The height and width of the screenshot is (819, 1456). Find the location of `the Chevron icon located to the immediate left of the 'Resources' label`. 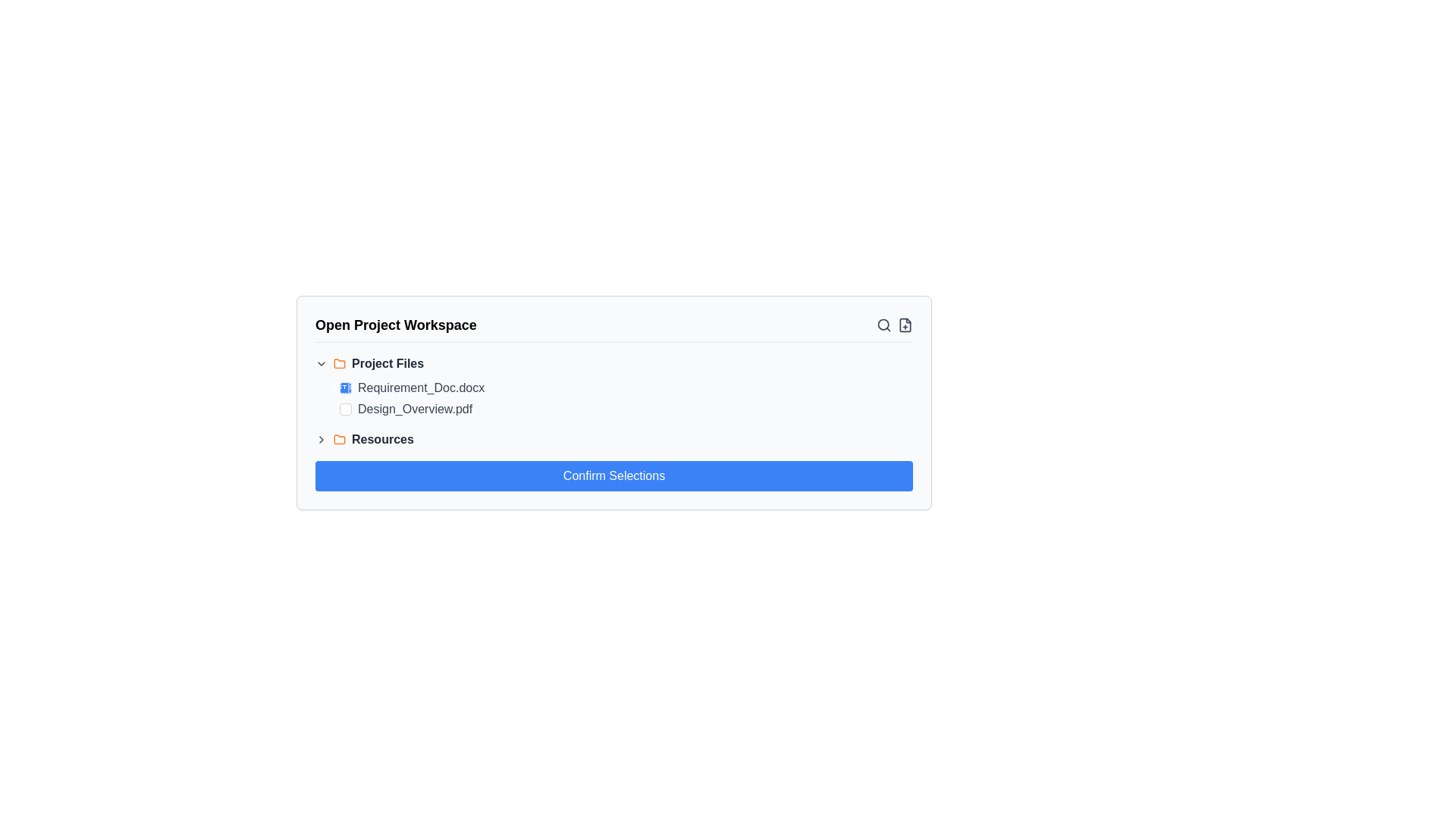

the Chevron icon located to the immediate left of the 'Resources' label is located at coordinates (320, 439).